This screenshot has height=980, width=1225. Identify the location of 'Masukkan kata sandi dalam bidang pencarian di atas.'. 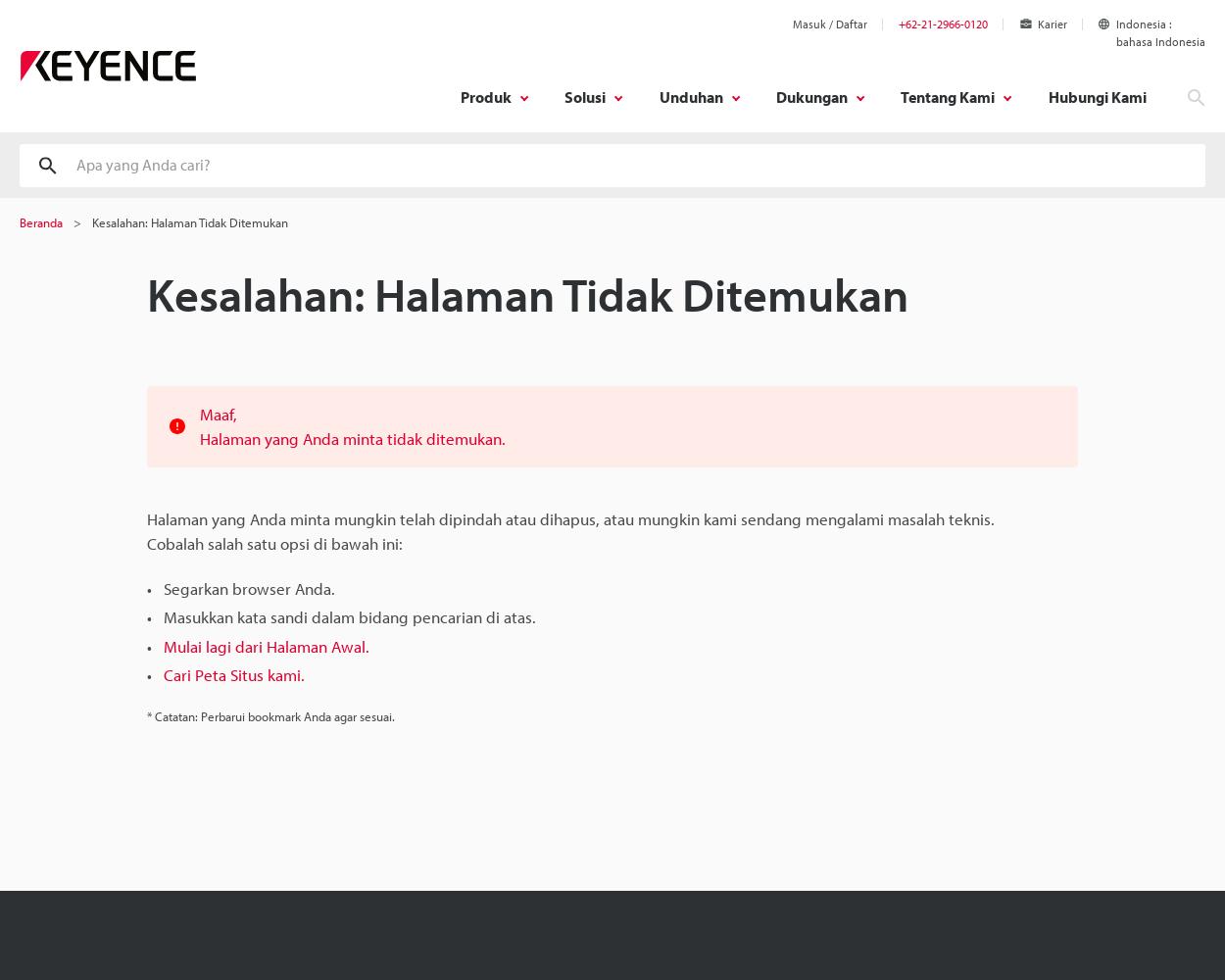
(349, 616).